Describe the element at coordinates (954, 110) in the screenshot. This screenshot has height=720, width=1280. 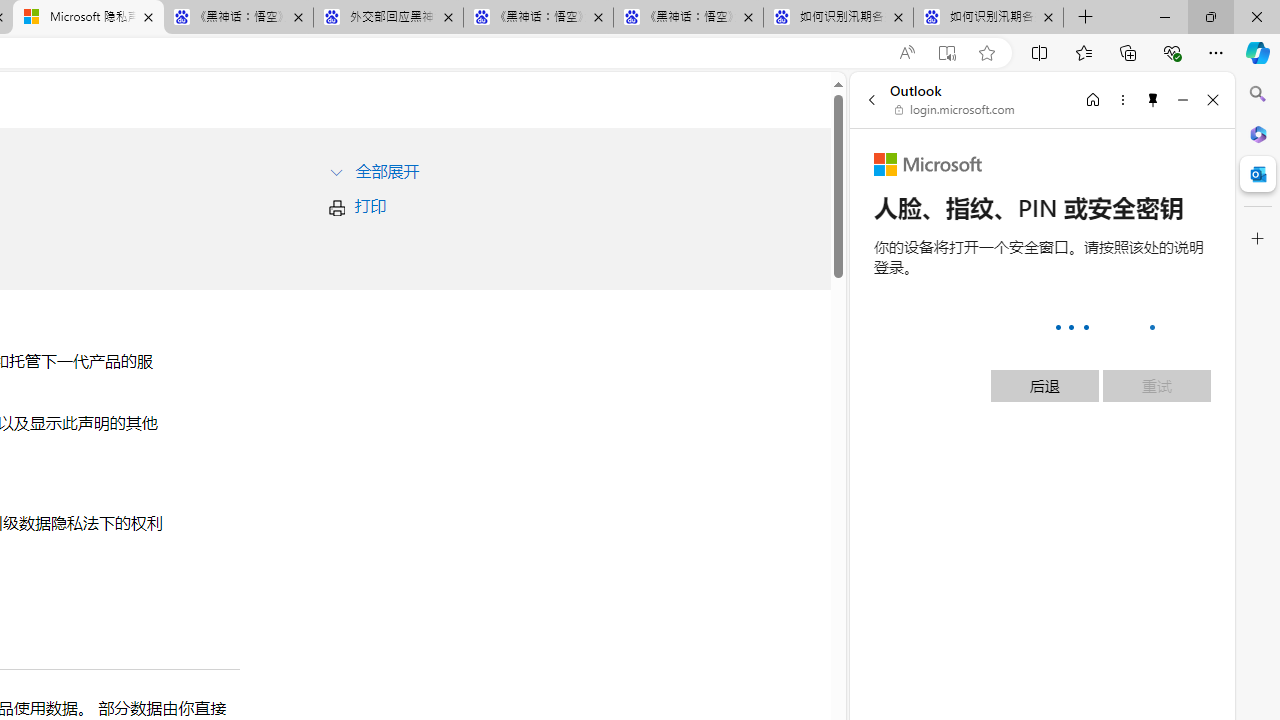
I see `'login.microsoft.com'` at that location.